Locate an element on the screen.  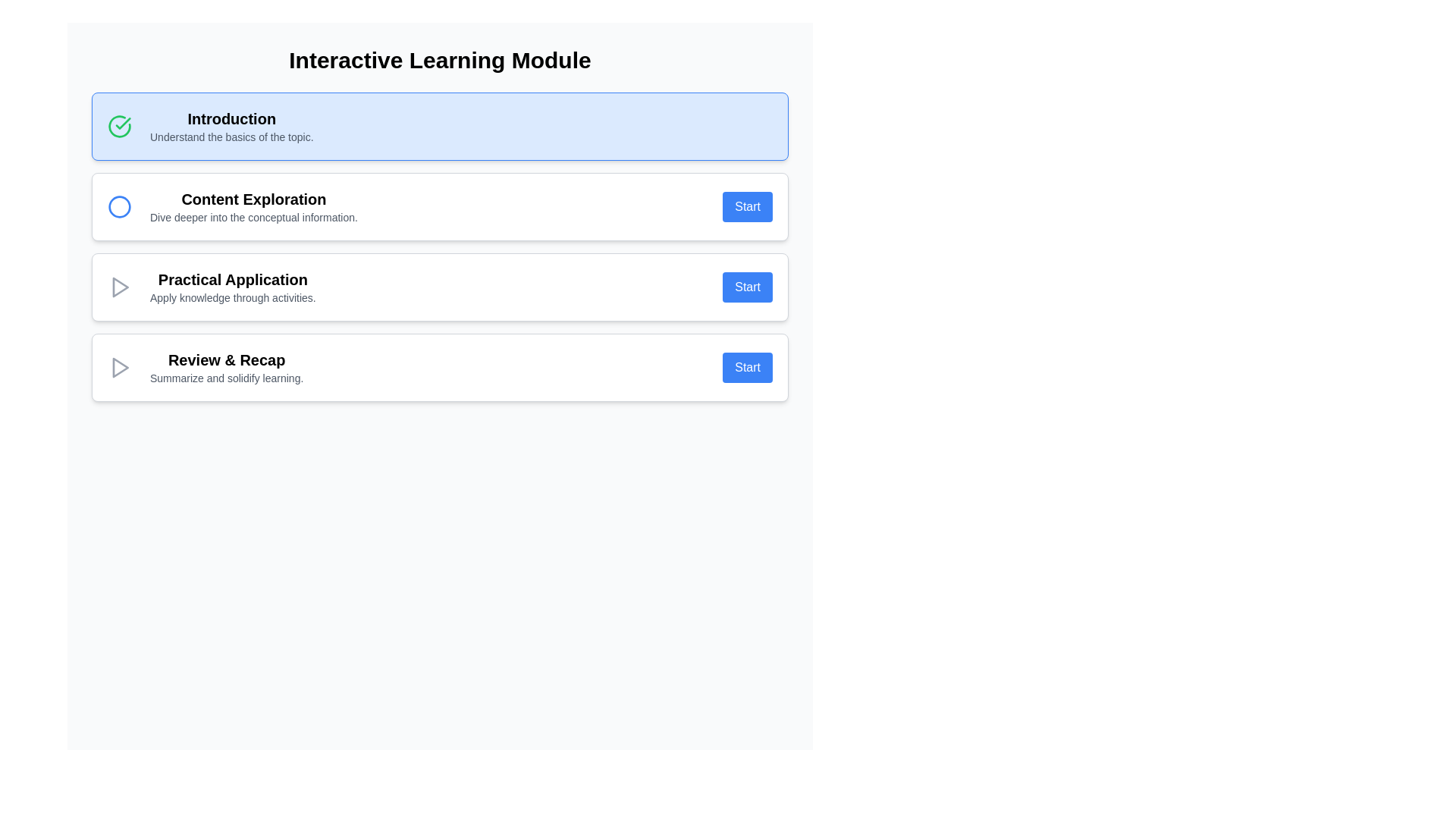
the 'Review & Recap' button located at the bottom-right of the fourth card in the 'Interactive Learning Module' section to visualize the hover effect is located at coordinates (748, 368).